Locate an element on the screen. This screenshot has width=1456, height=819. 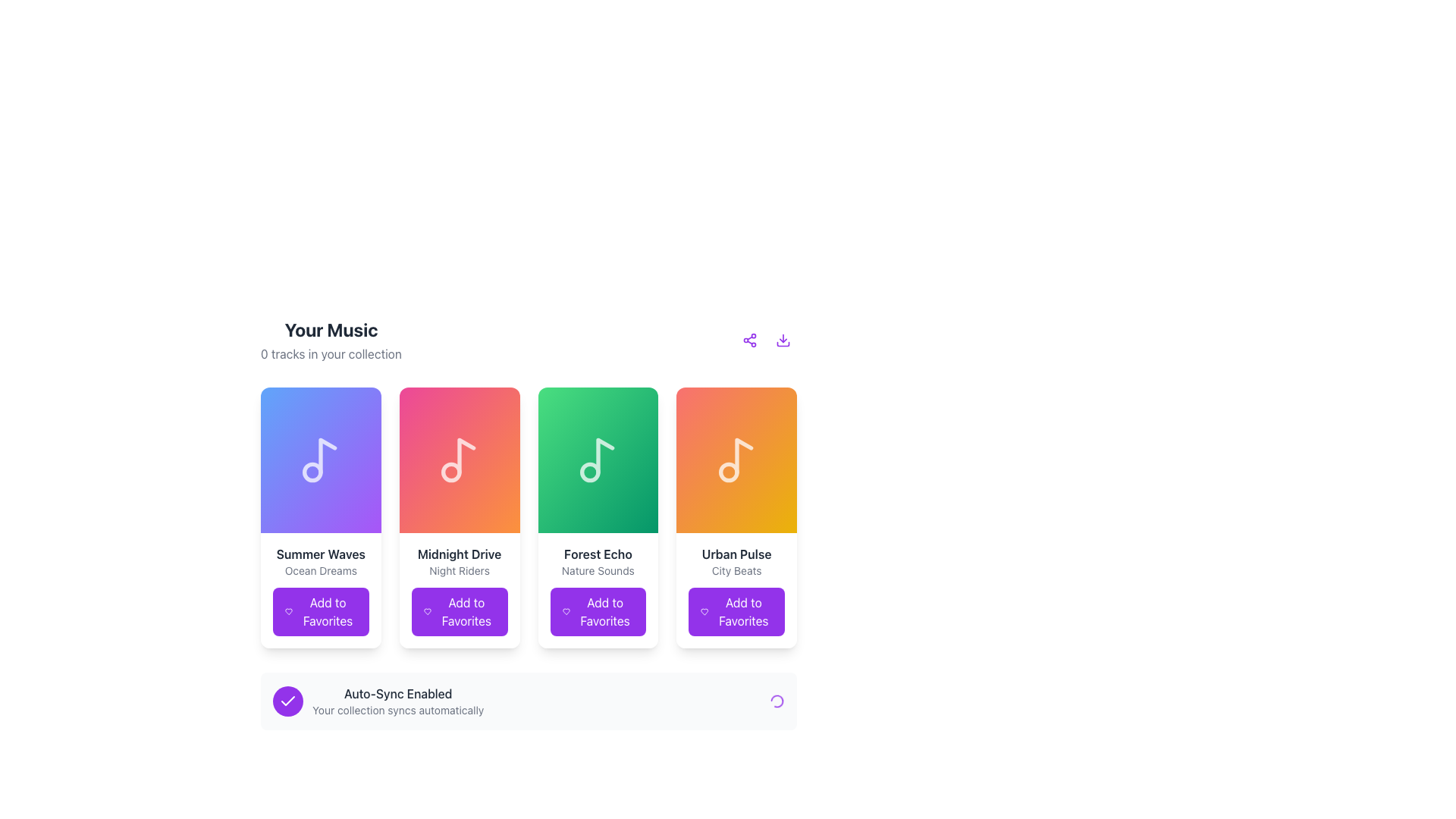
the decorative purpose of the small circular element located towards the lower-left of the musical note icon is located at coordinates (450, 472).